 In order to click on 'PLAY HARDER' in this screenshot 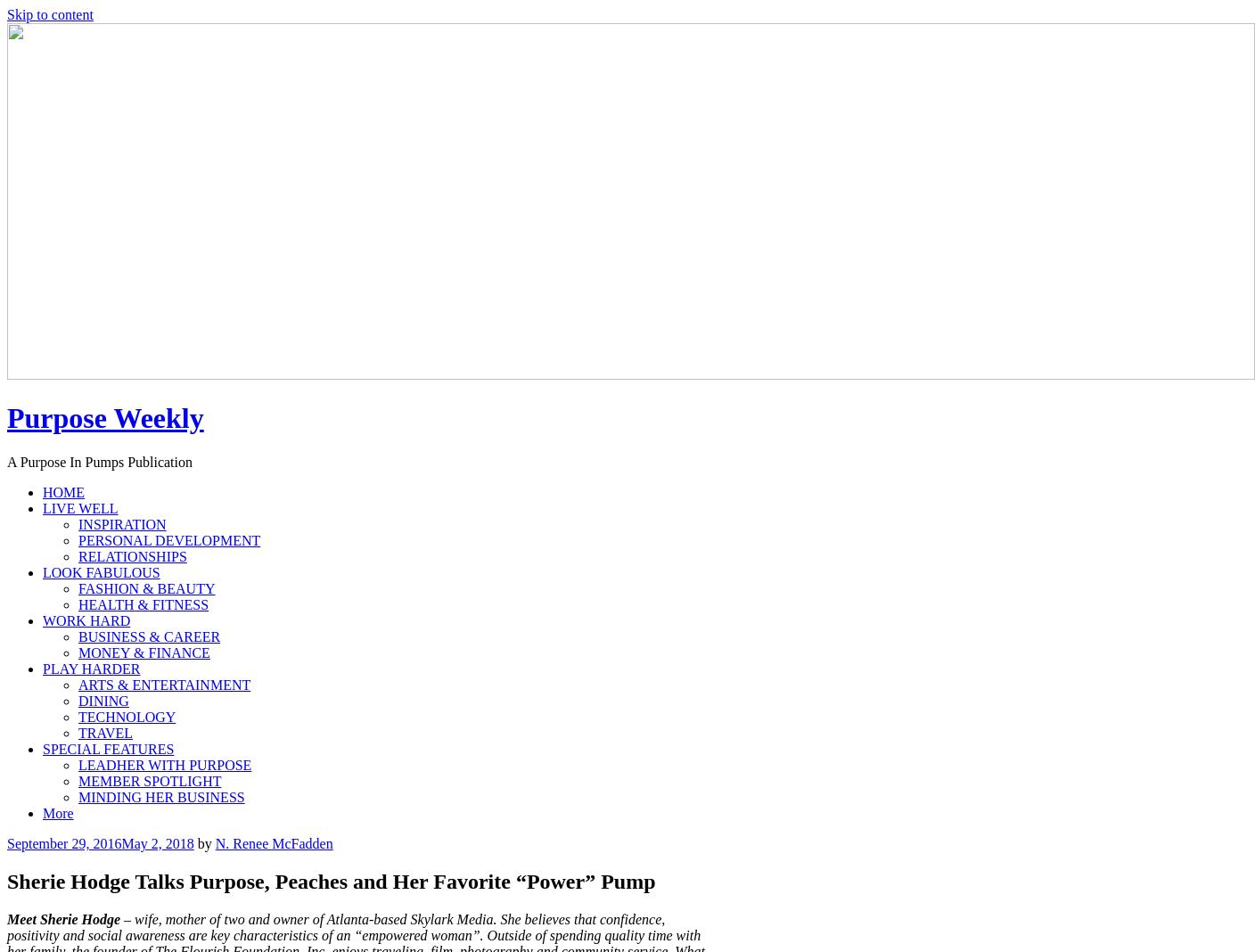, I will do `click(91, 668)`.